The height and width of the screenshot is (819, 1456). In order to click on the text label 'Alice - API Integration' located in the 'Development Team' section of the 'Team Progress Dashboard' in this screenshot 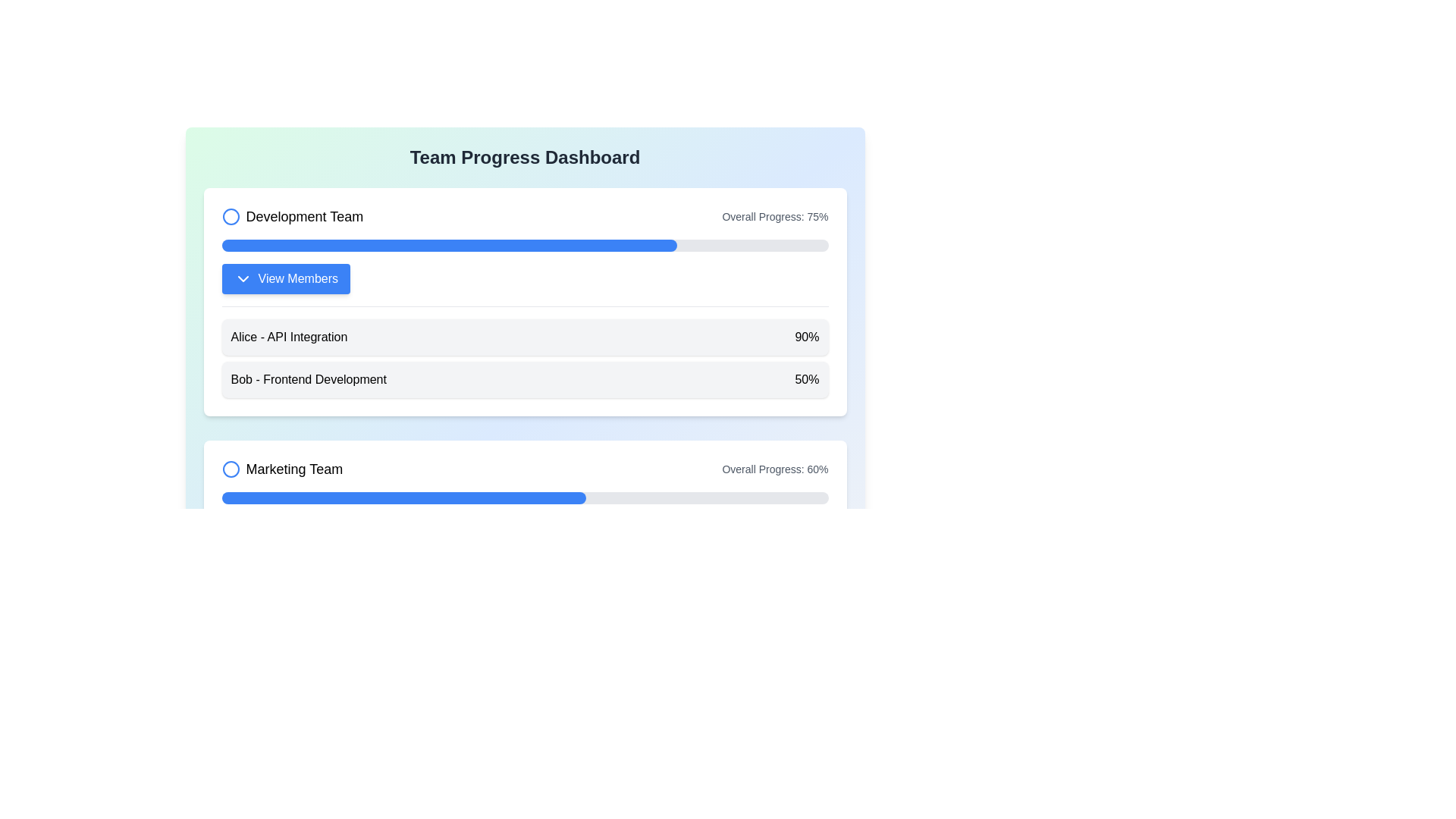, I will do `click(289, 336)`.